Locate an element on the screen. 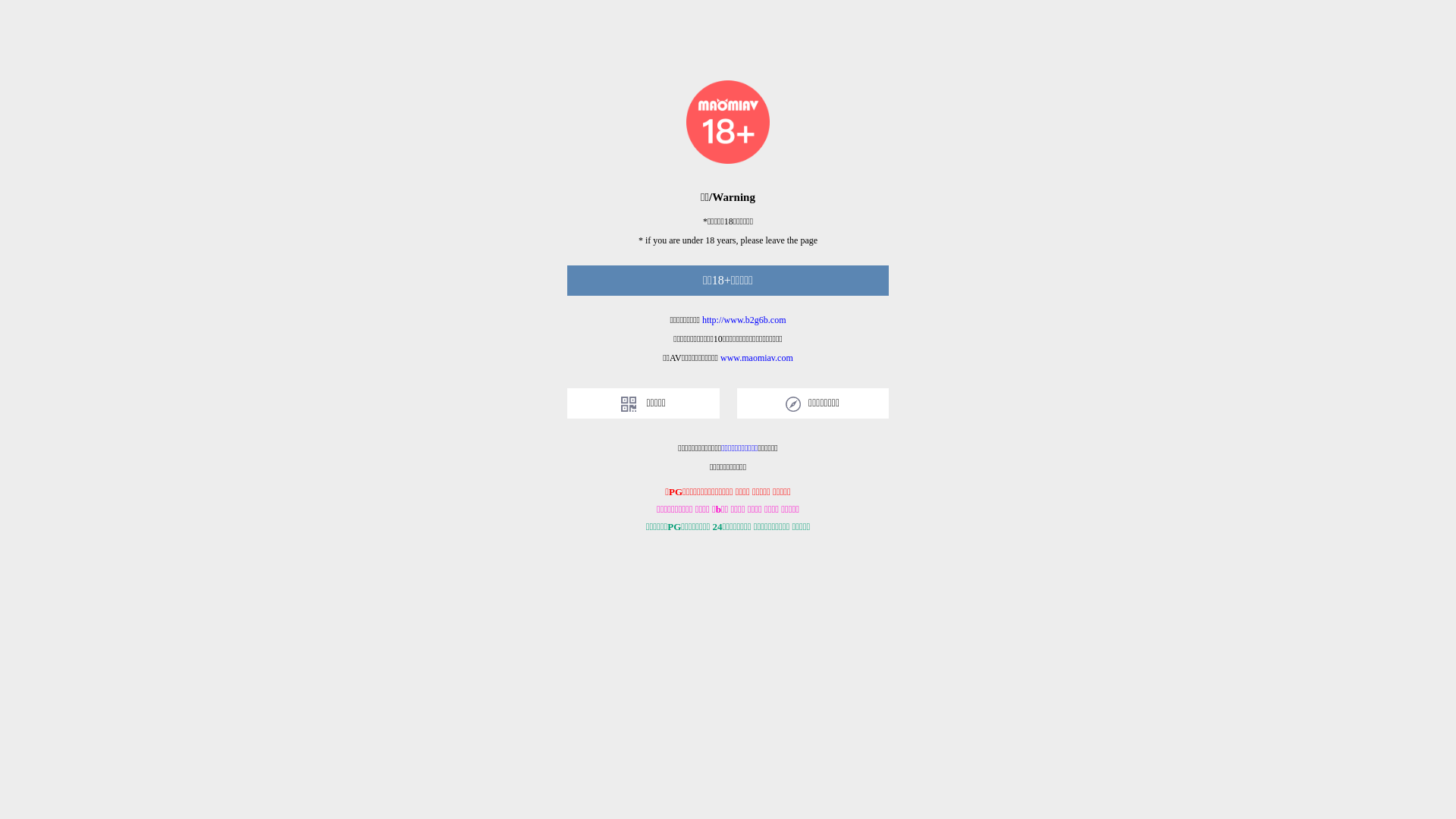 Image resolution: width=1456 pixels, height=819 pixels. 'http://www.b2g6b.com' is located at coordinates (744, 318).